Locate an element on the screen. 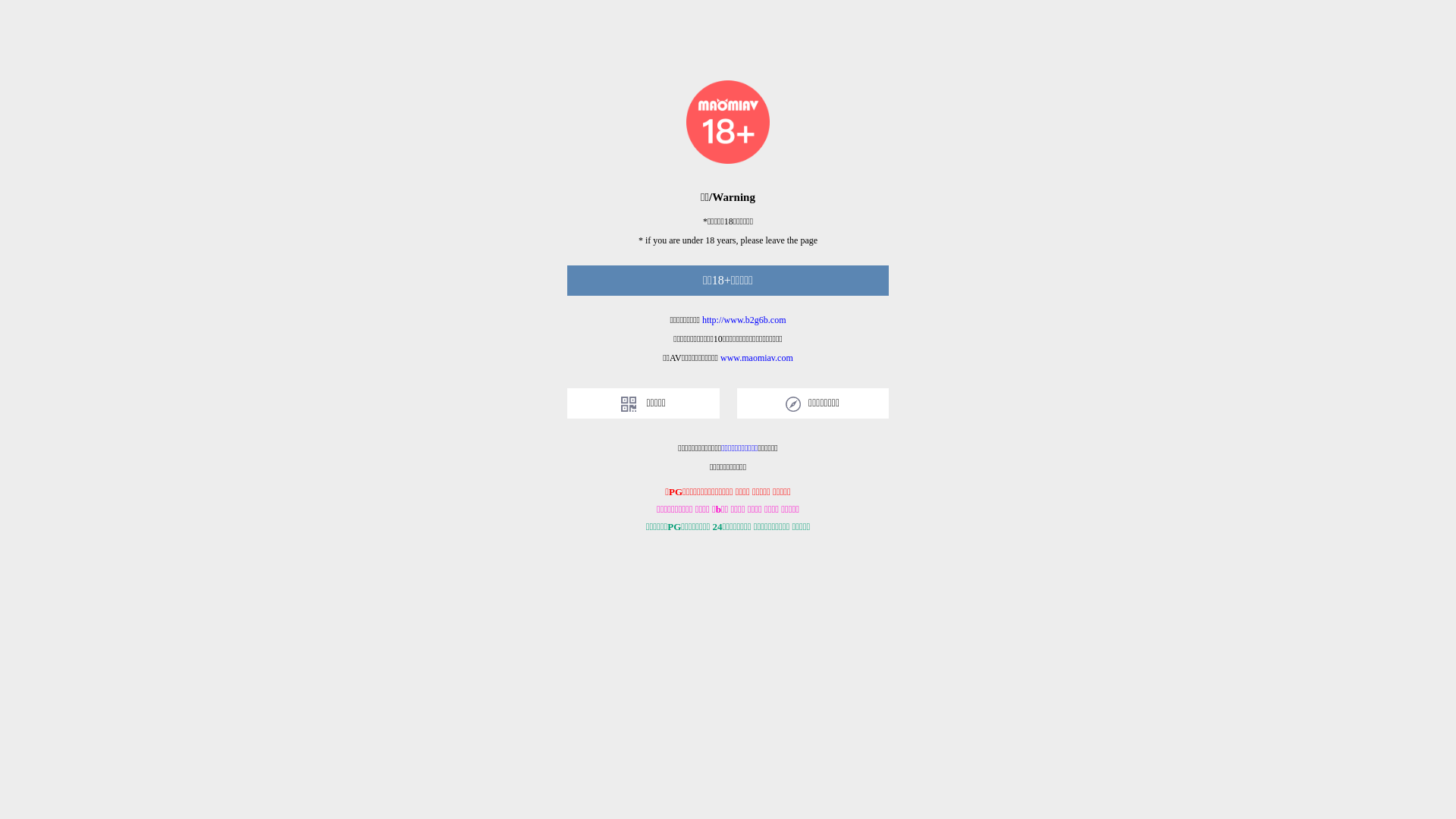 Image resolution: width=1456 pixels, height=819 pixels. 'http://www.b2g6b.com' is located at coordinates (744, 318).